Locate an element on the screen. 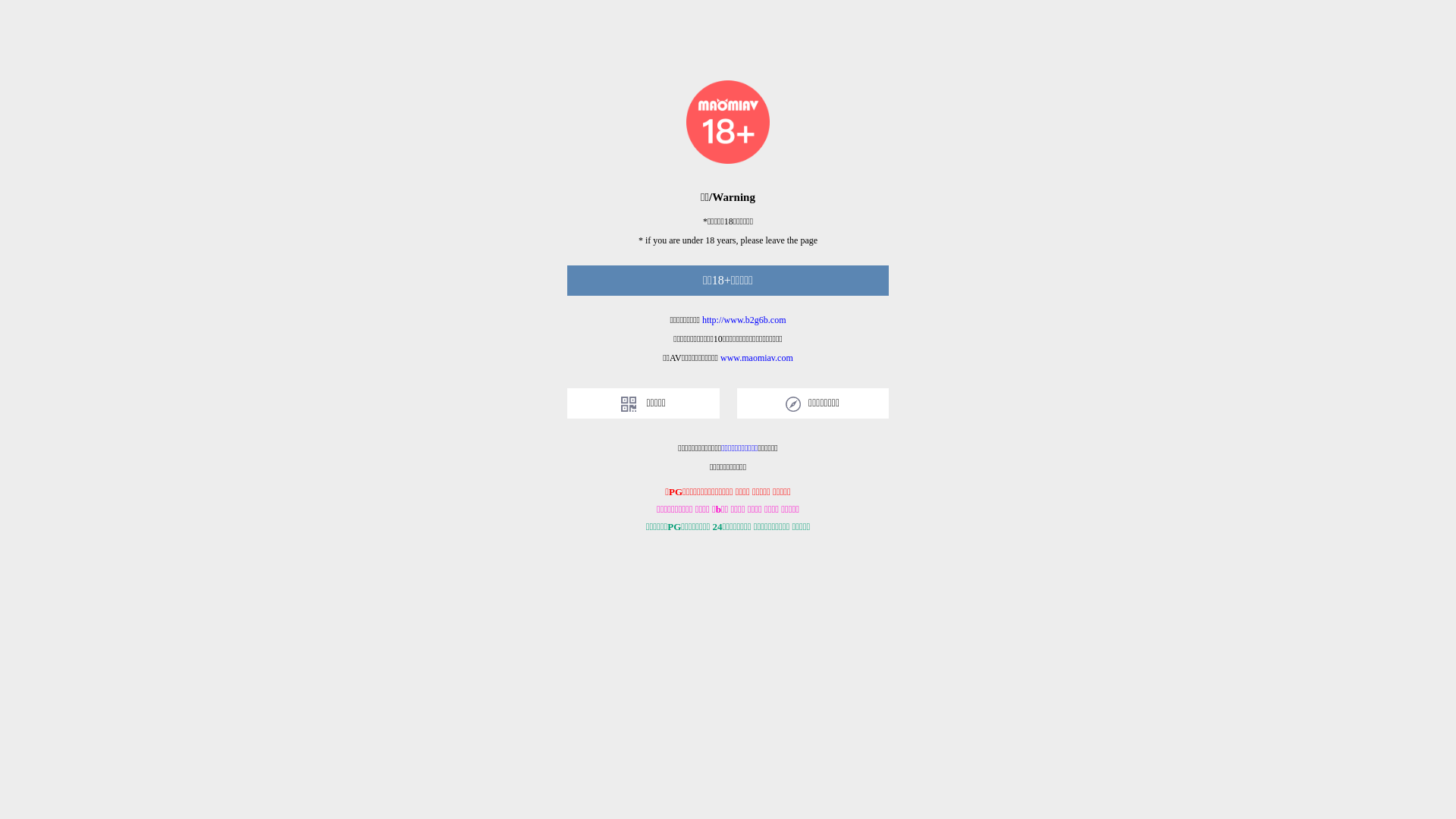 Image resolution: width=1456 pixels, height=819 pixels. 'http://www.b2g6b.com' is located at coordinates (744, 318).